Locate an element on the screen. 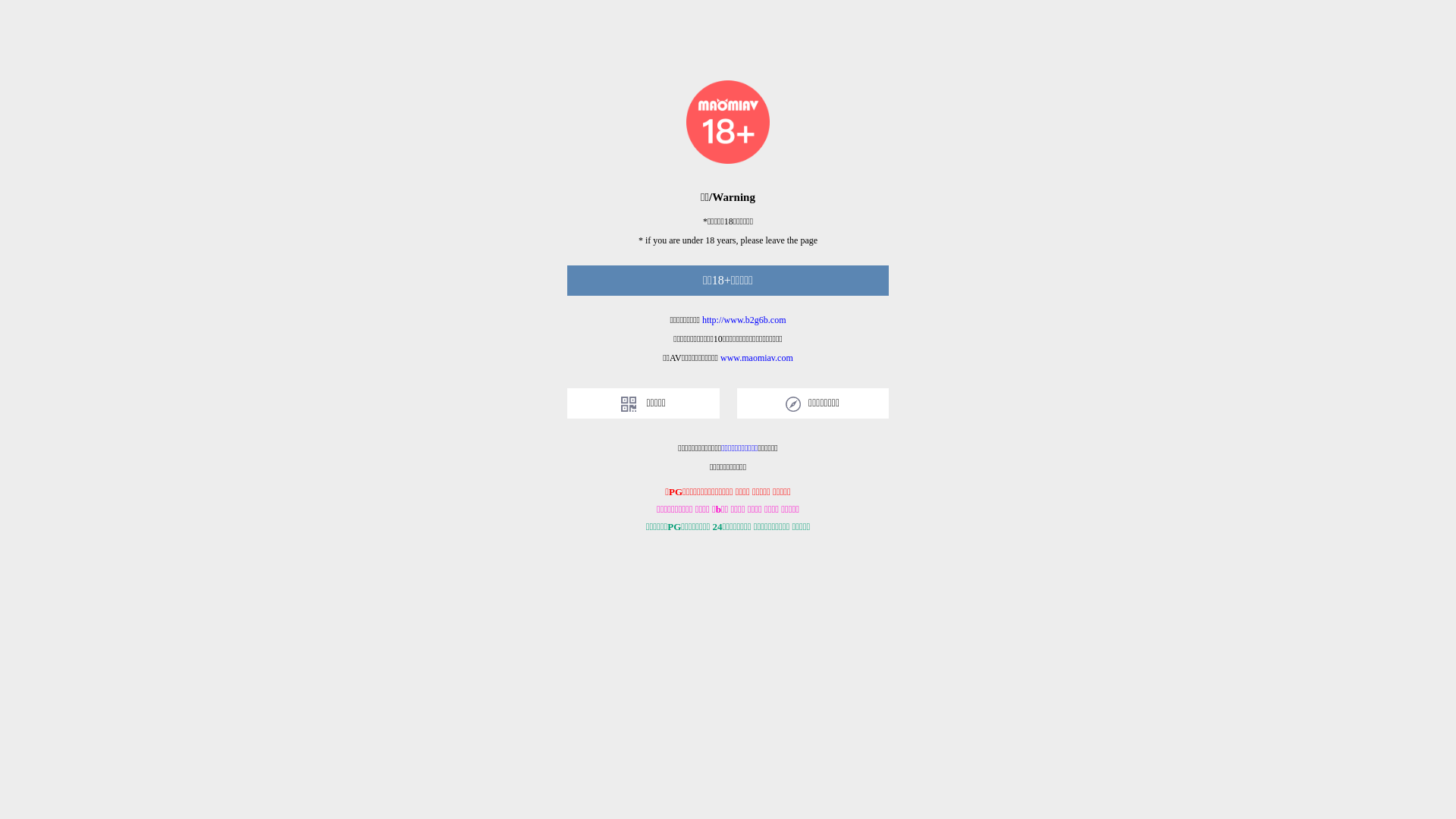 Image resolution: width=1456 pixels, height=819 pixels. 'http://www.b2g6b.com' is located at coordinates (744, 318).